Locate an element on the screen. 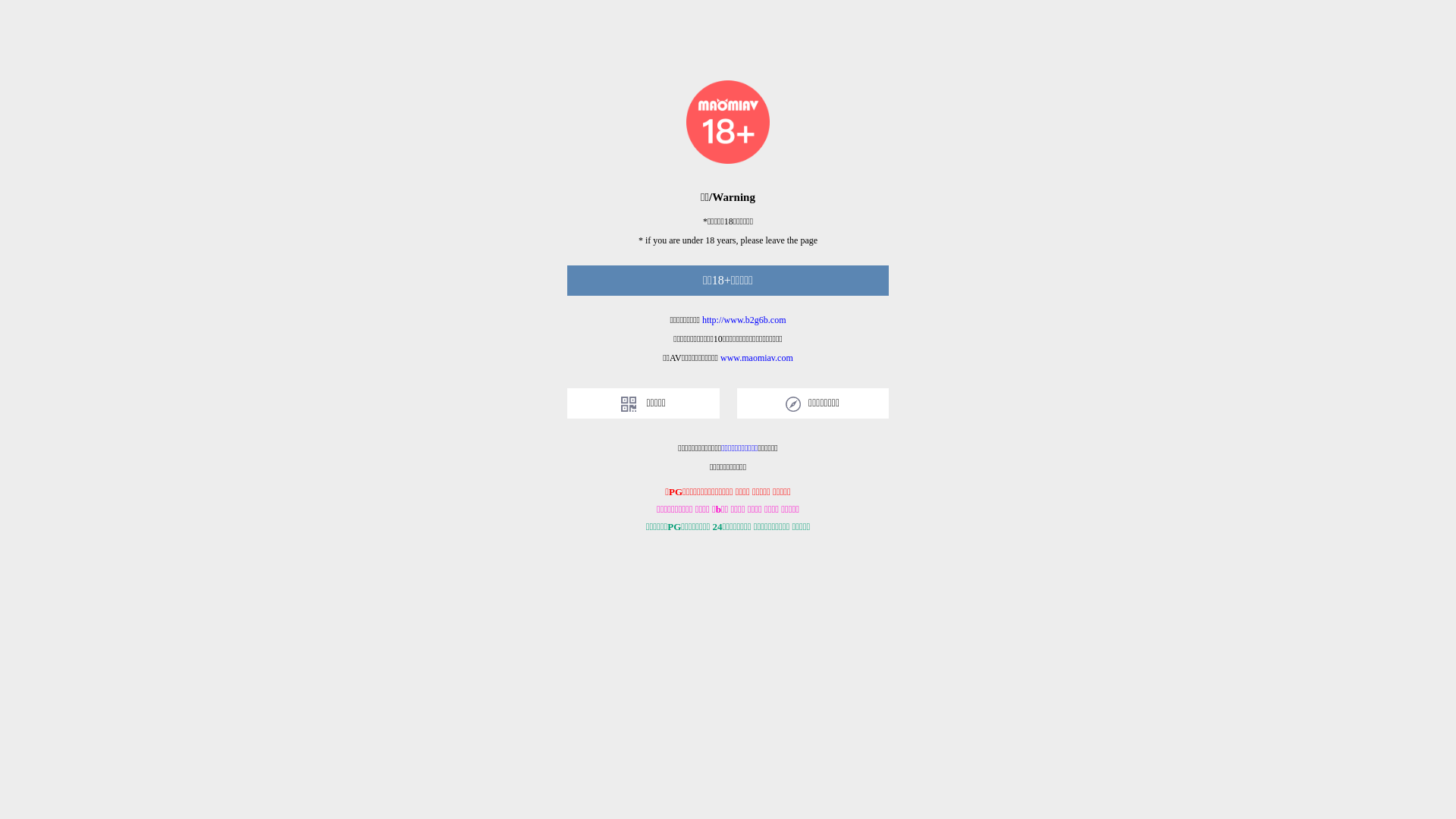 Image resolution: width=1456 pixels, height=819 pixels. 'http://www.b2g6b.com' is located at coordinates (744, 318).